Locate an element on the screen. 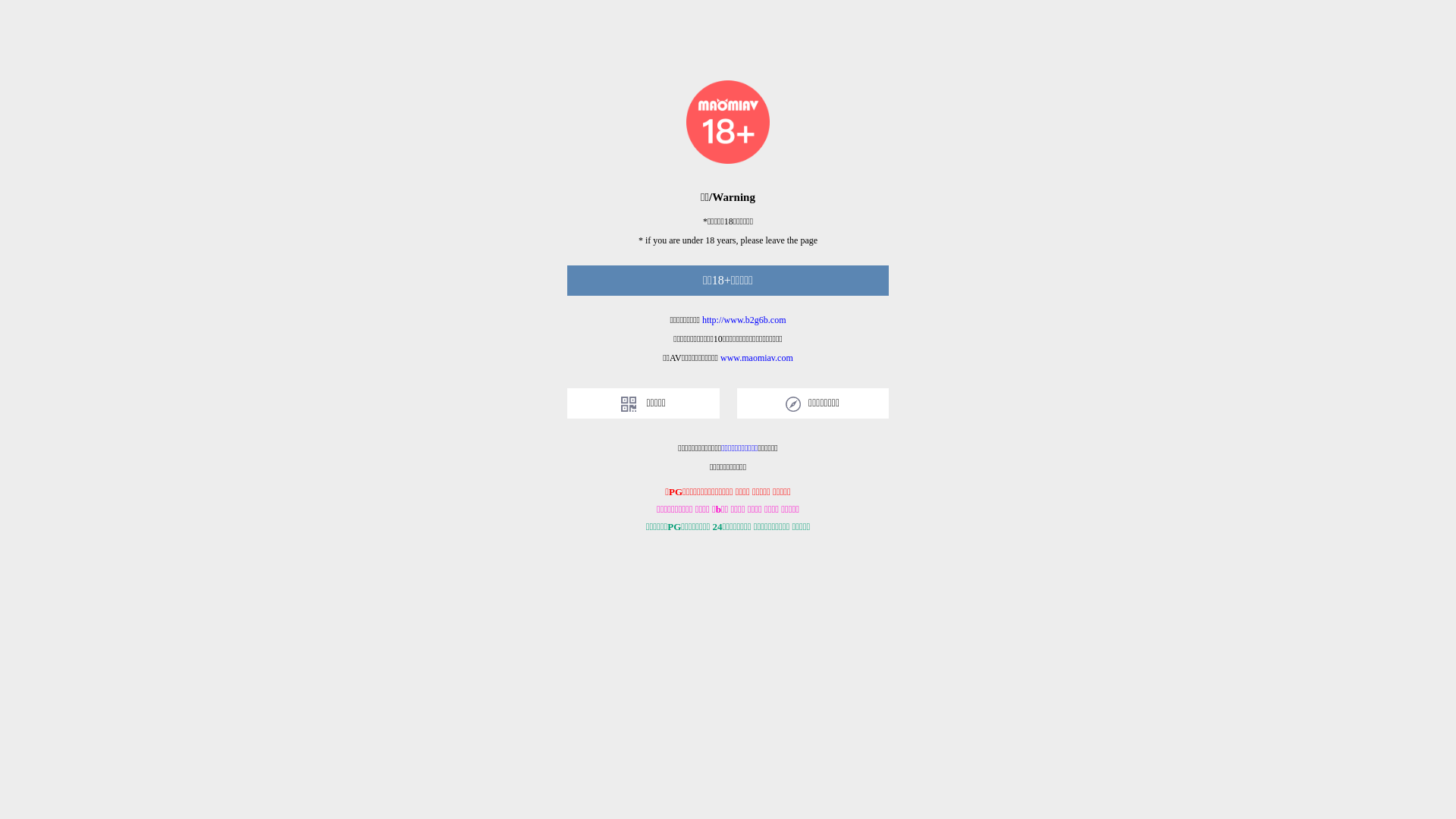 Image resolution: width=1456 pixels, height=819 pixels. 'http://www.b2g6b.com' is located at coordinates (744, 318).